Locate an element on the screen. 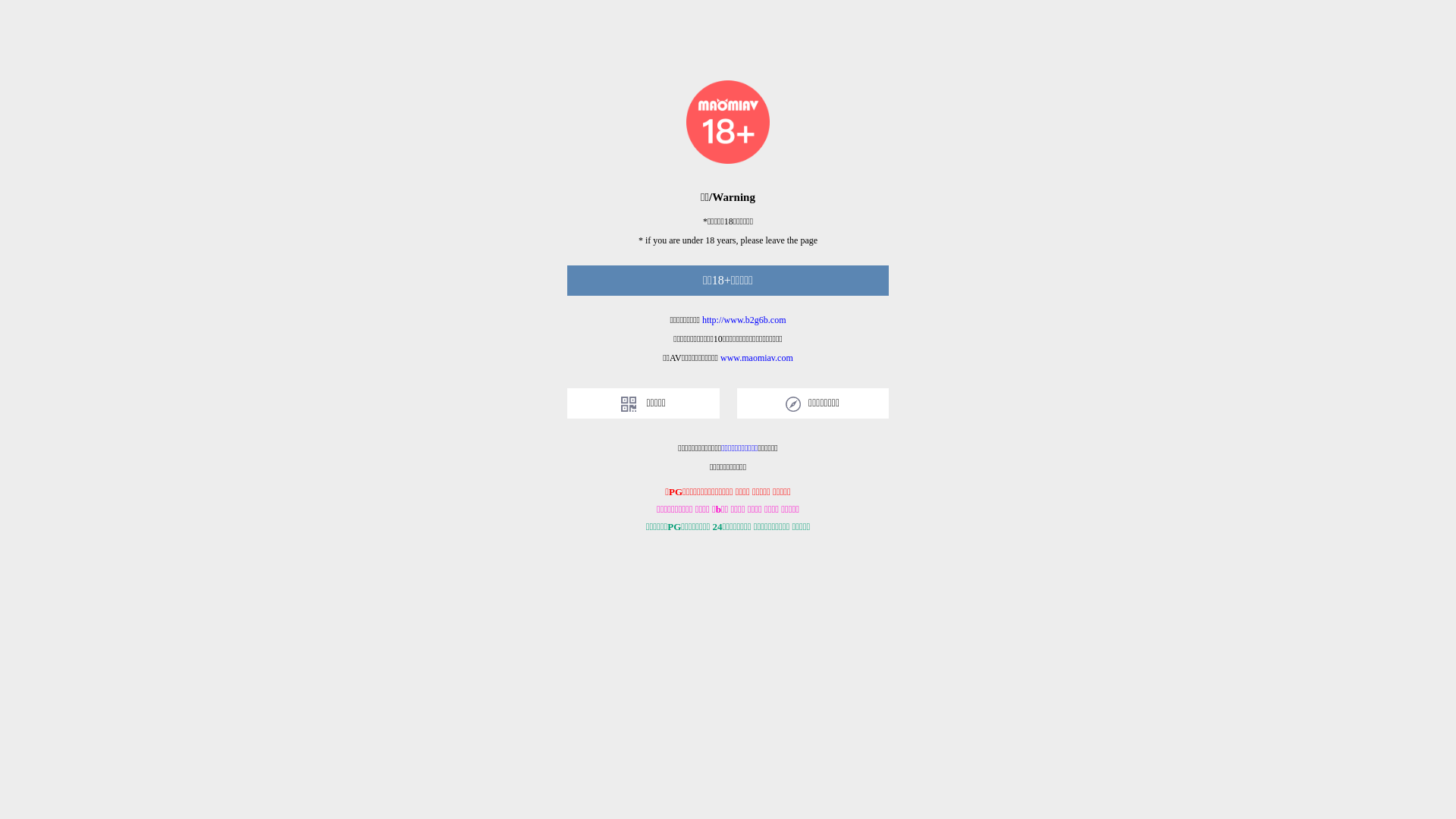 Image resolution: width=1456 pixels, height=819 pixels. 'http://www.b2g6b.com' is located at coordinates (744, 318).